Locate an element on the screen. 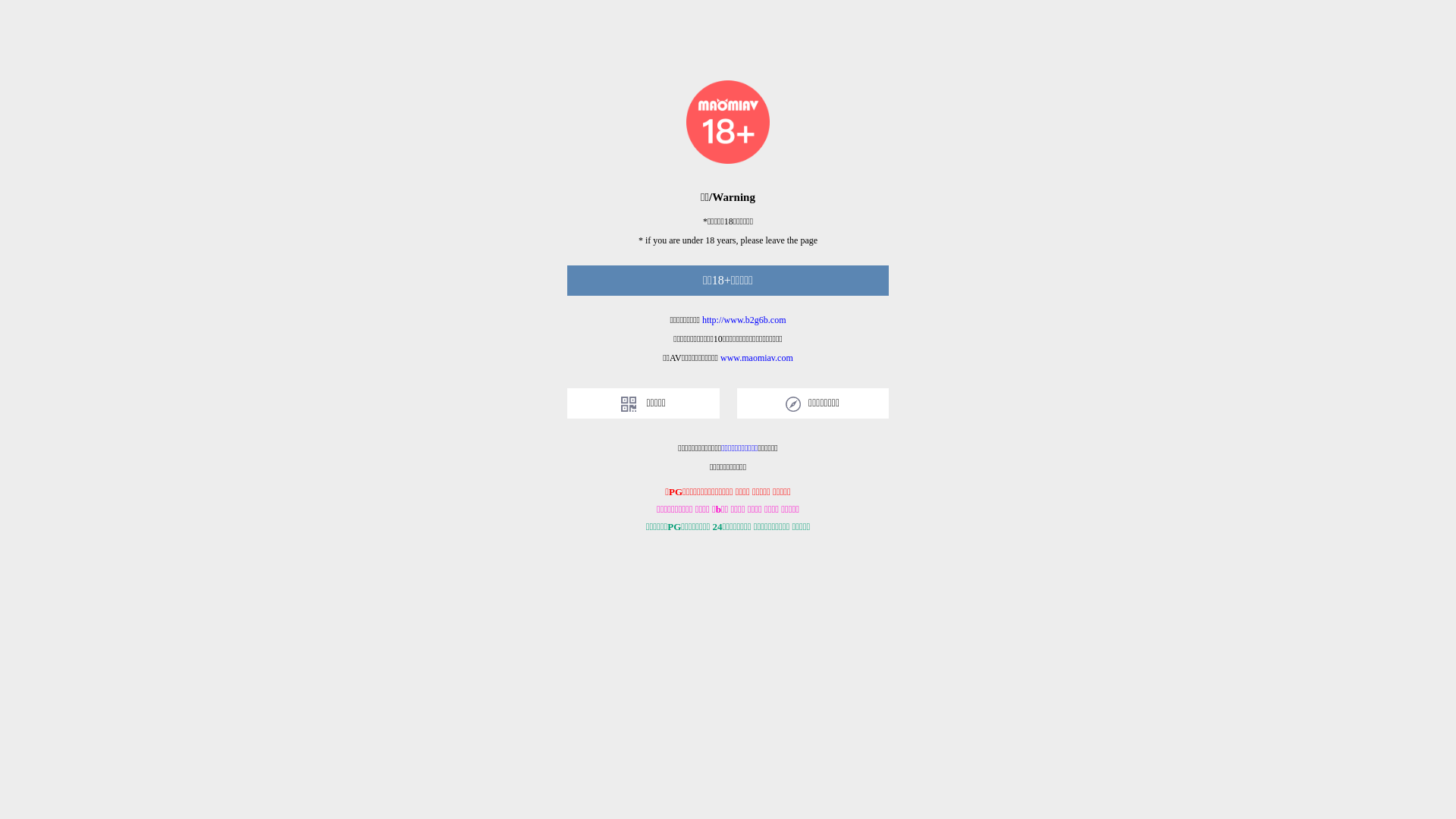 Image resolution: width=1456 pixels, height=819 pixels. 'http://www.b2g6b.com' is located at coordinates (744, 318).